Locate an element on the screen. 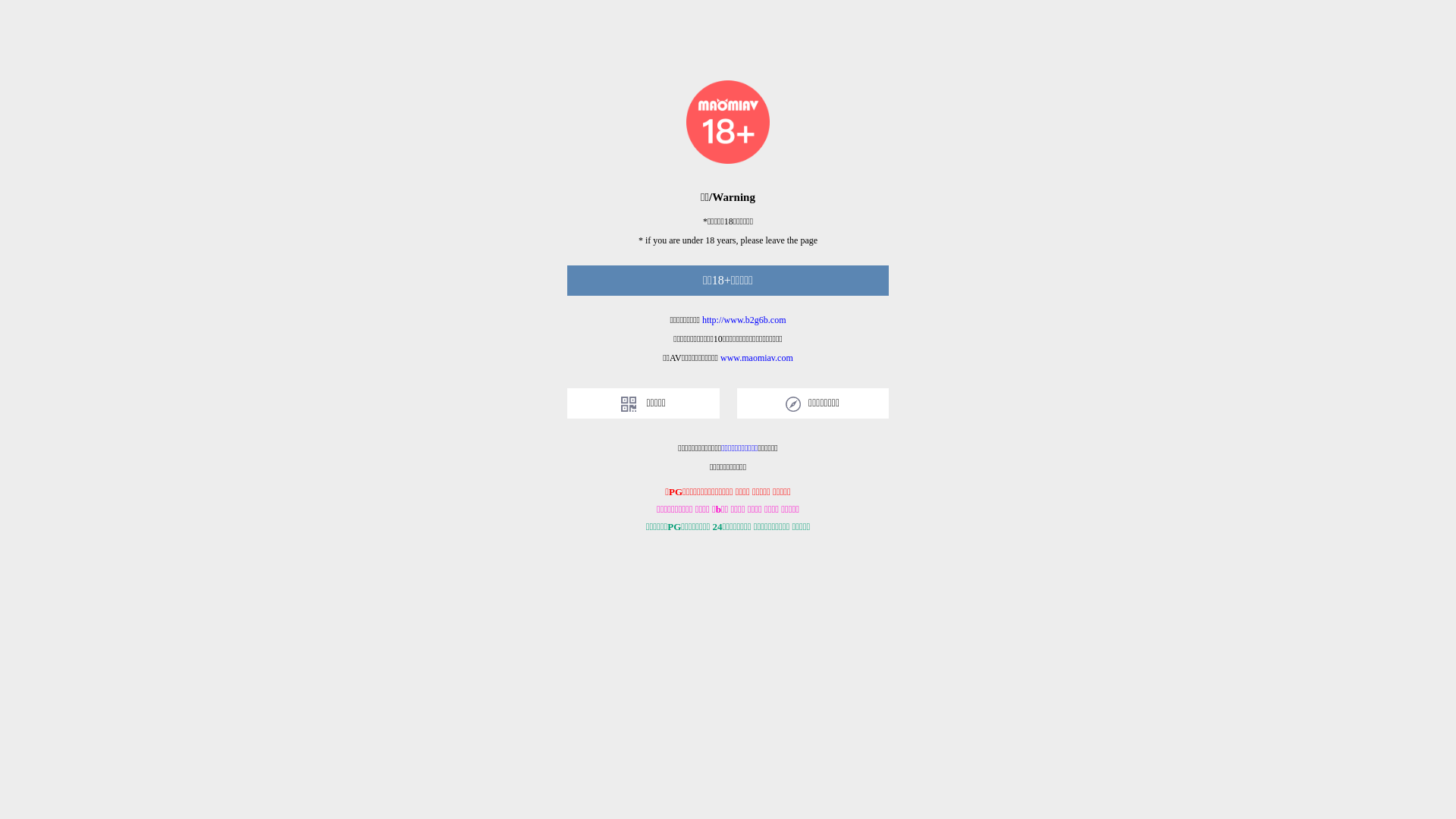 Image resolution: width=1456 pixels, height=819 pixels. 'http://www.b2g6b.com' is located at coordinates (744, 318).